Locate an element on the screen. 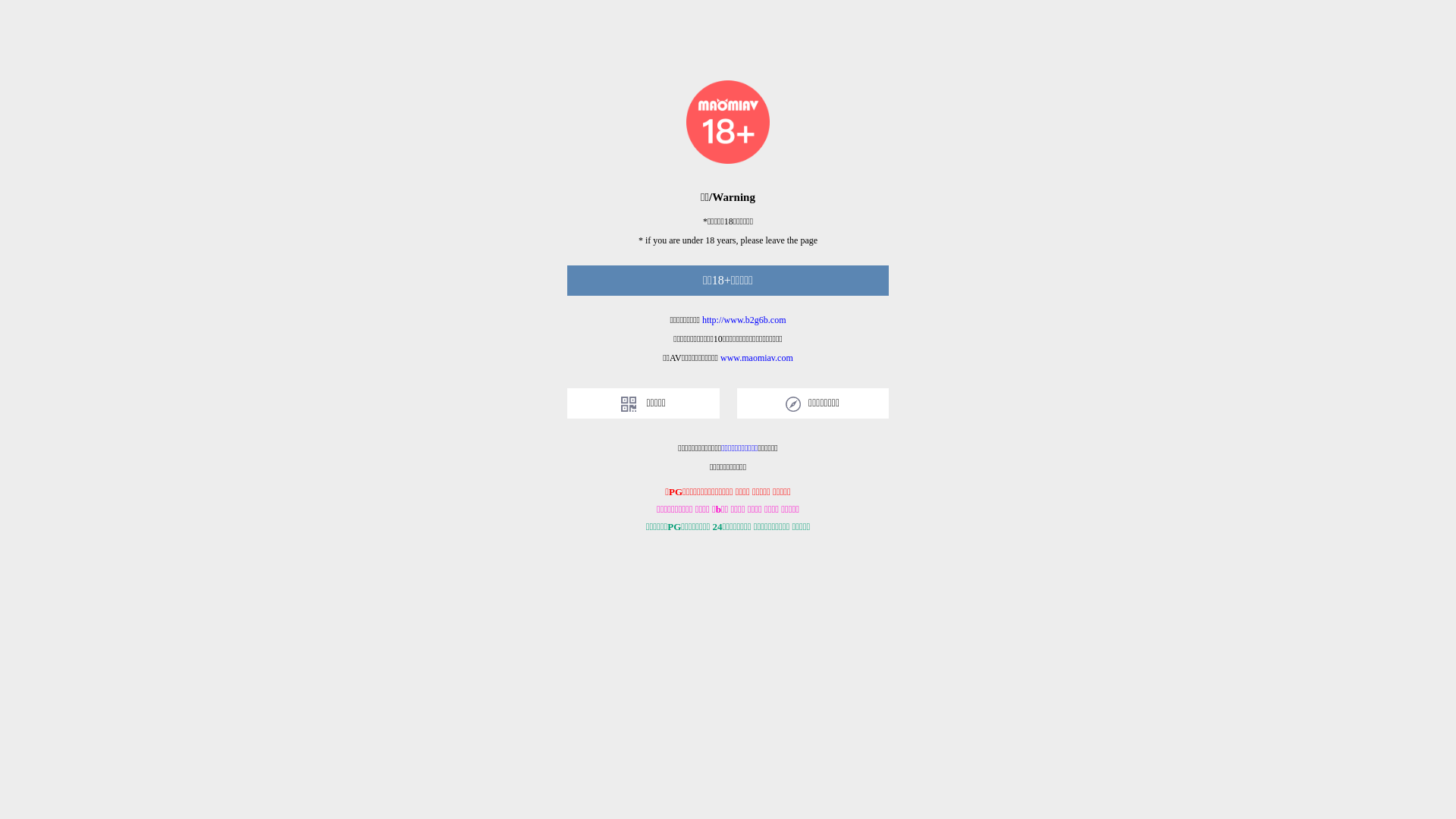 Image resolution: width=1456 pixels, height=819 pixels. 'http://www.b2g6b.com' is located at coordinates (744, 318).